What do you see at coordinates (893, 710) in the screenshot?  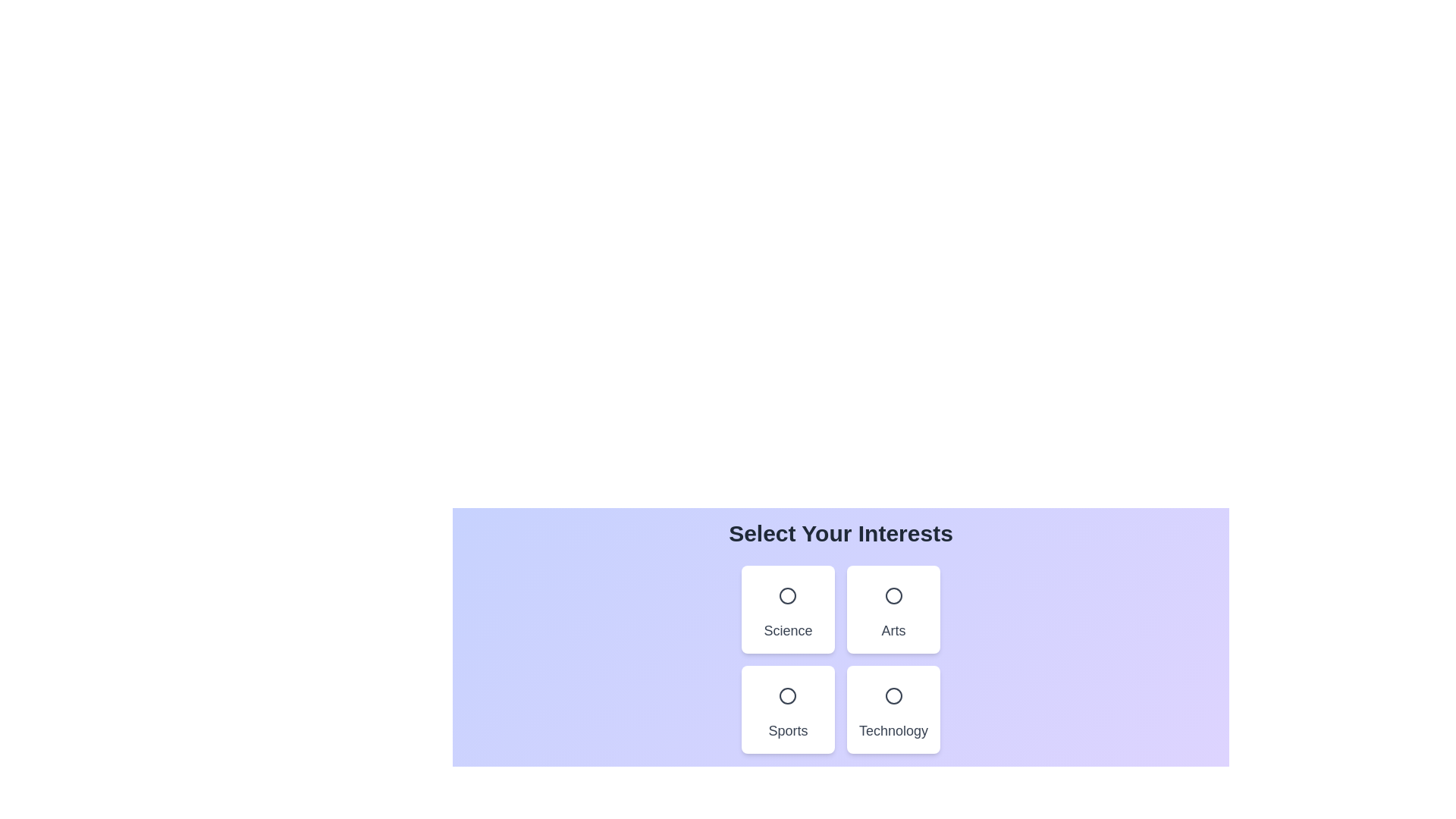 I see `the category Technology by clicking on it` at bounding box center [893, 710].